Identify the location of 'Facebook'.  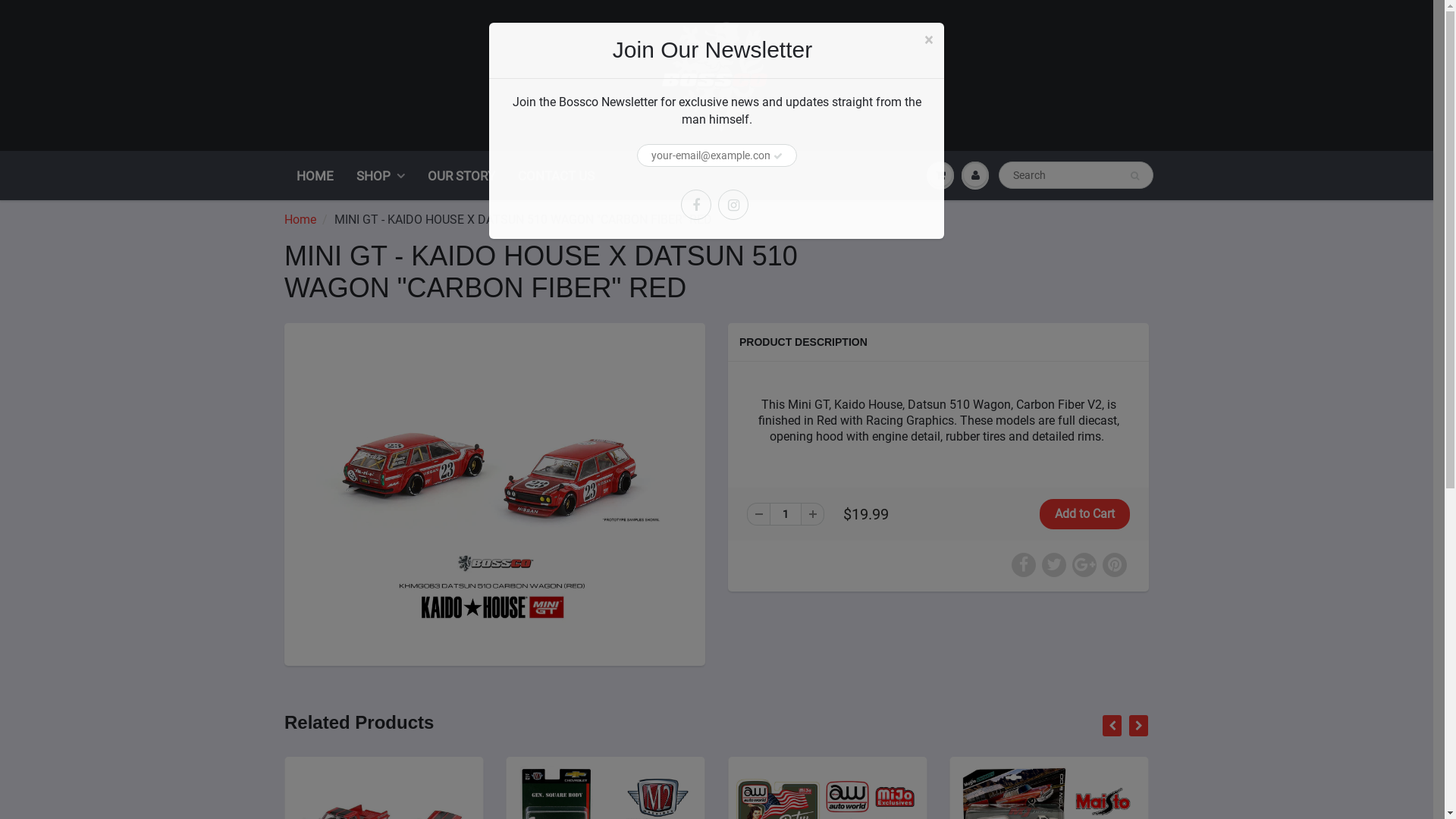
(695, 205).